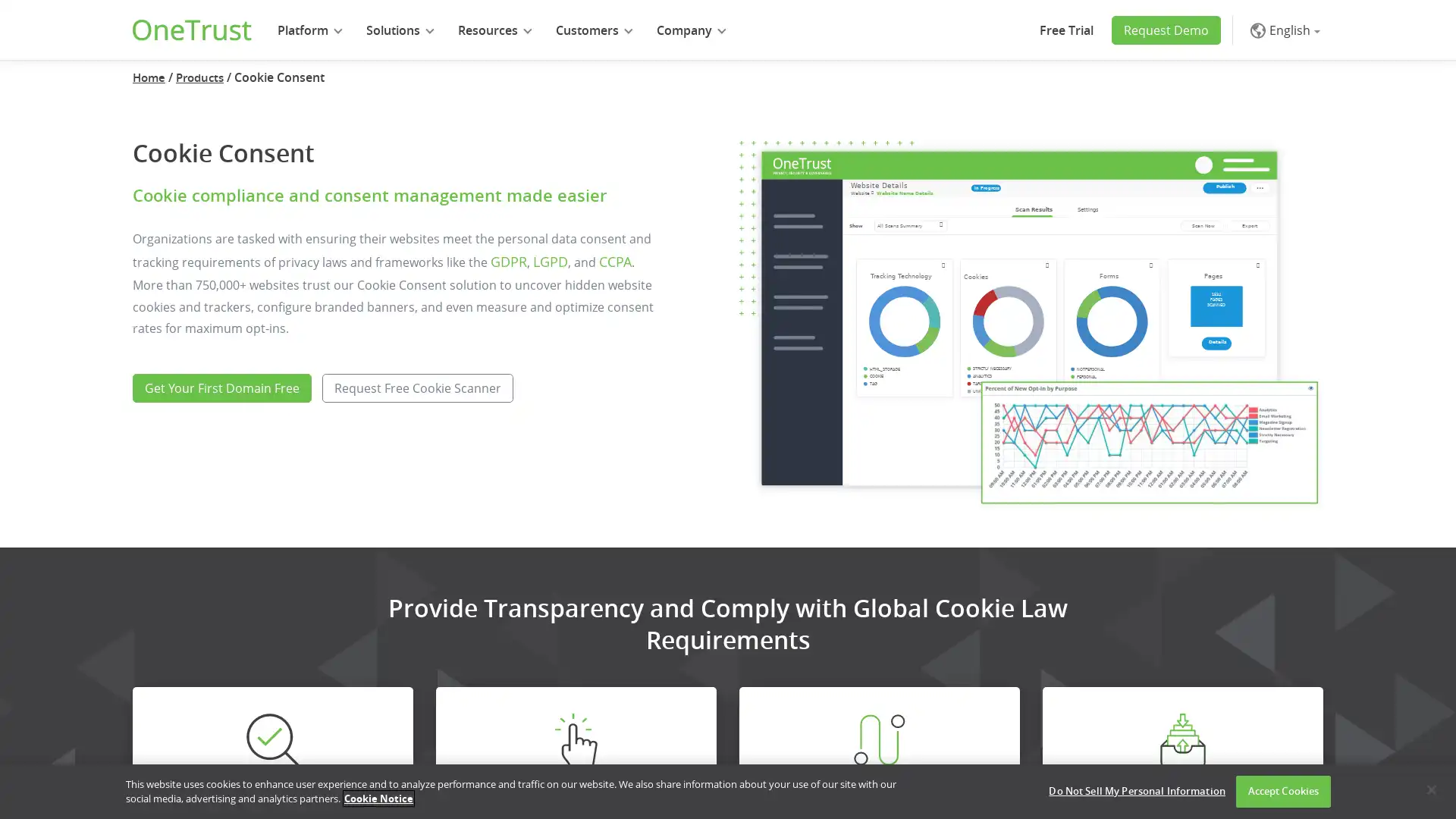  What do you see at coordinates (1430, 789) in the screenshot?
I see `Close` at bounding box center [1430, 789].